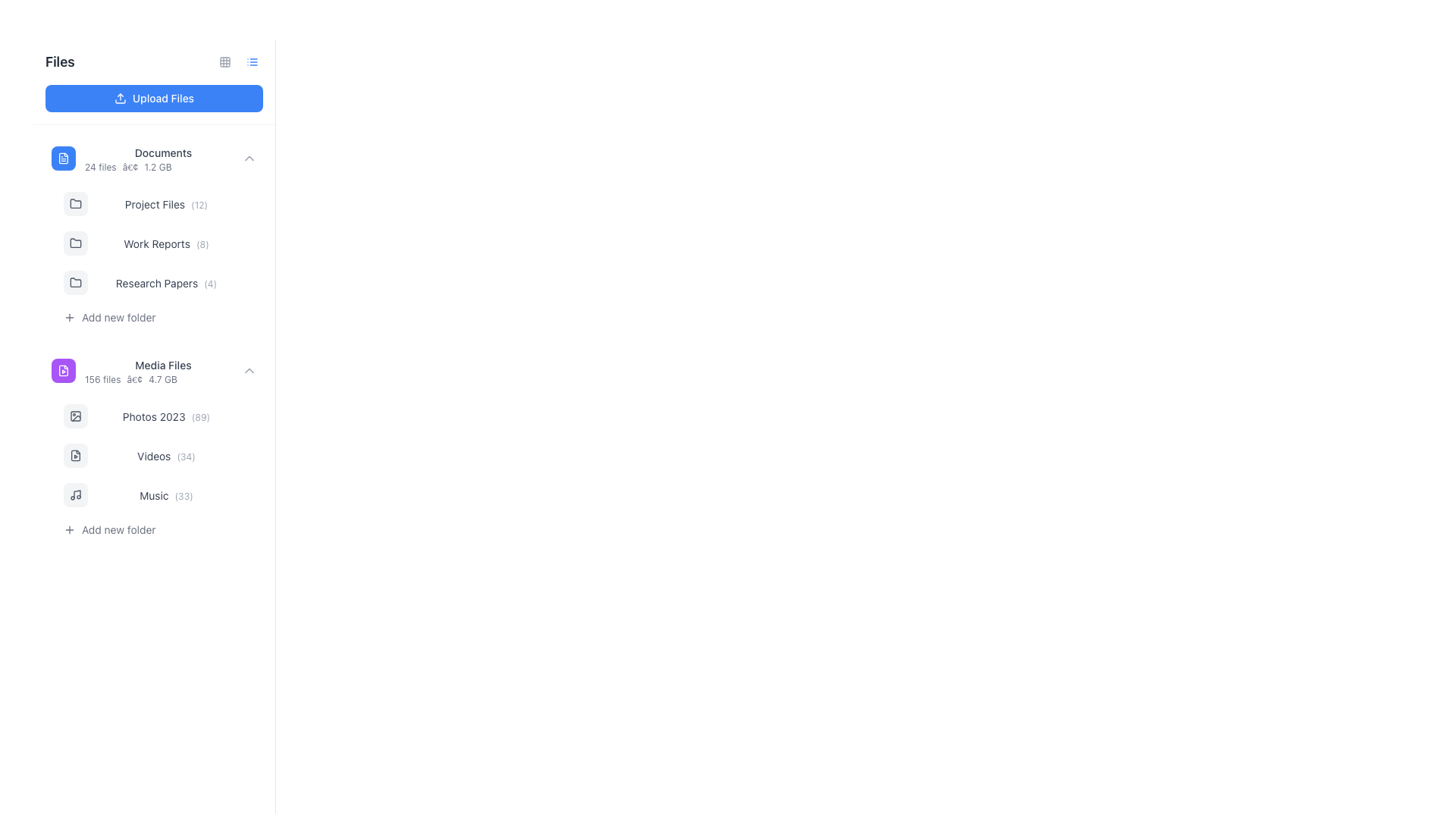  Describe the element at coordinates (246, 416) in the screenshot. I see `the button within the 'Photos 2023 (89)' entry in the 'Media Files' section of the sidebar` at that location.